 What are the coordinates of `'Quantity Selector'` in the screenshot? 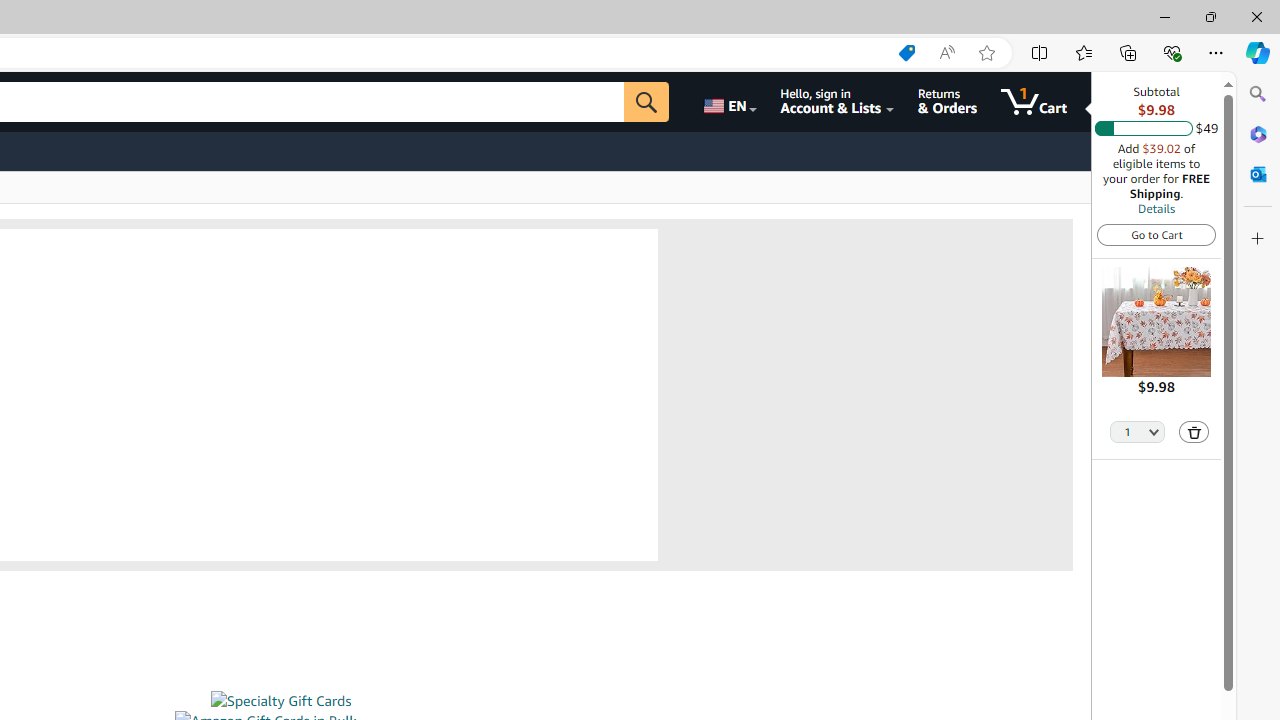 It's located at (1137, 429).